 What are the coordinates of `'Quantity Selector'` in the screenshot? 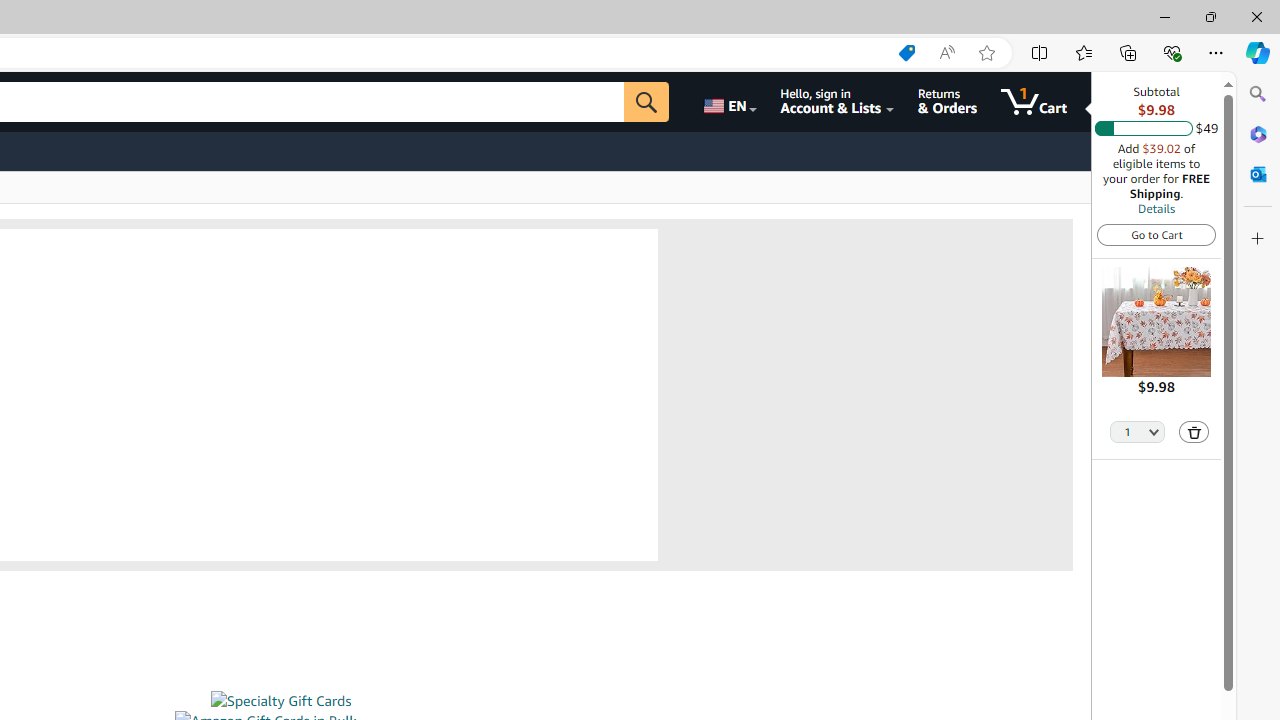 It's located at (1137, 429).